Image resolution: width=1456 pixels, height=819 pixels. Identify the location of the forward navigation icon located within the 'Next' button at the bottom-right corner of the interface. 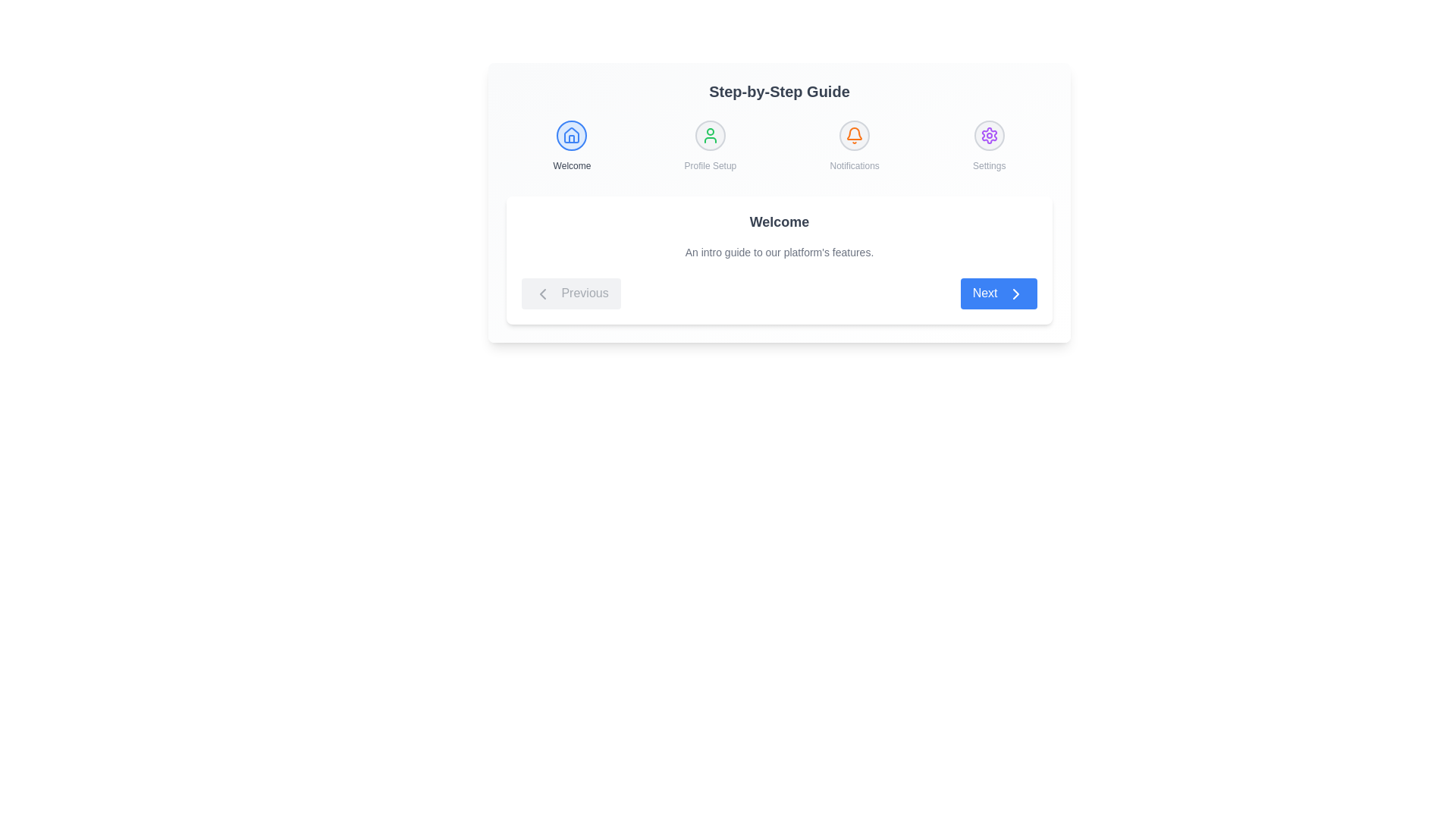
(1015, 293).